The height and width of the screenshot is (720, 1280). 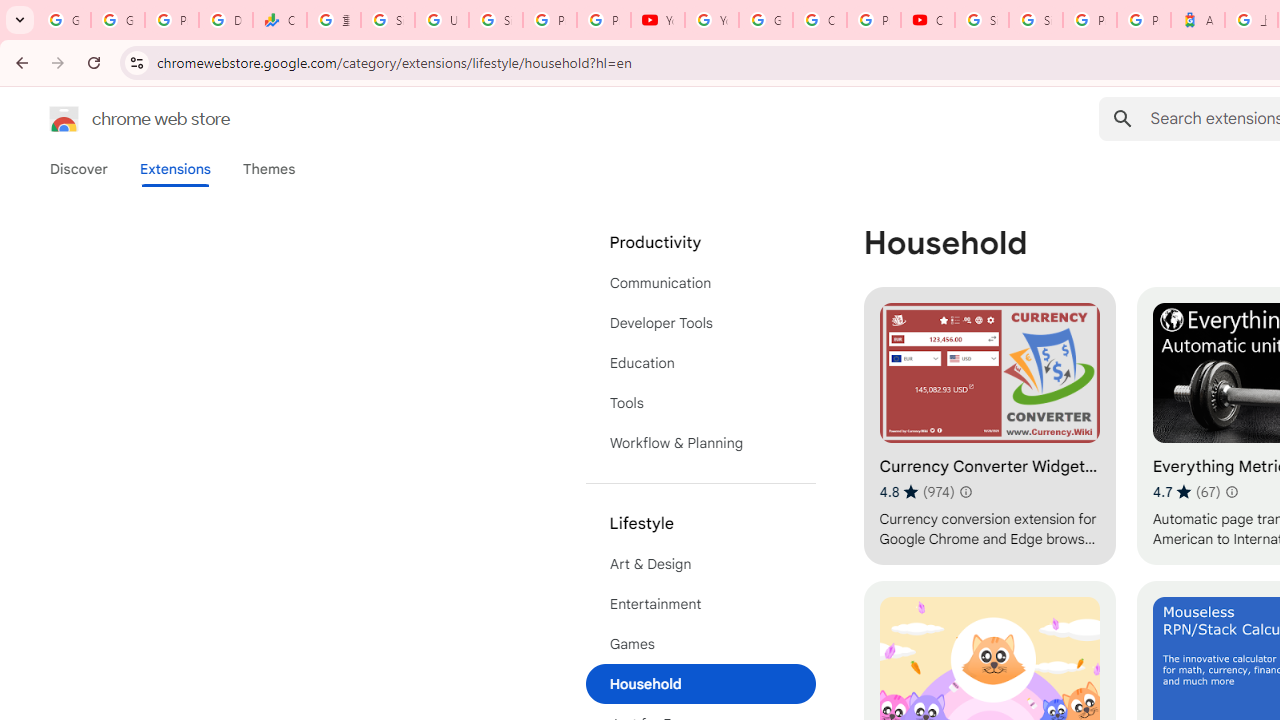 I want to click on 'Communication', so click(x=700, y=282).